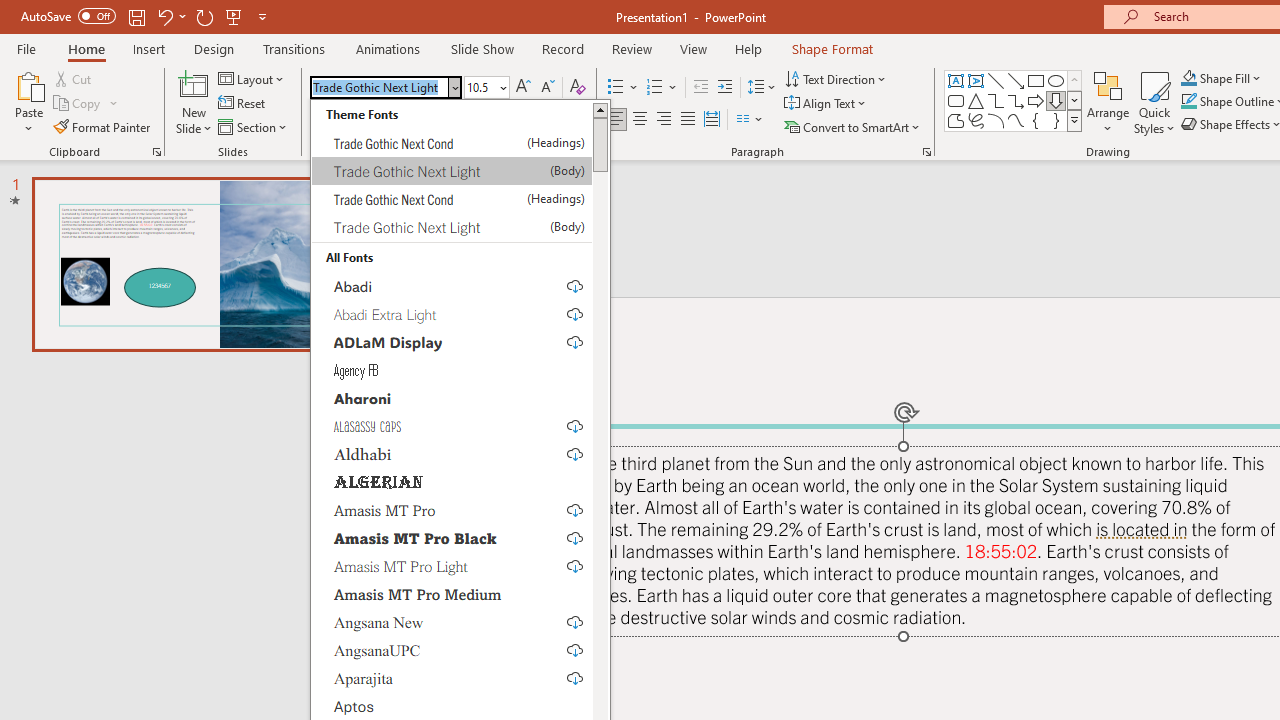 This screenshot has height=720, width=1280. What do you see at coordinates (193, 84) in the screenshot?
I see `'New Slide'` at bounding box center [193, 84].